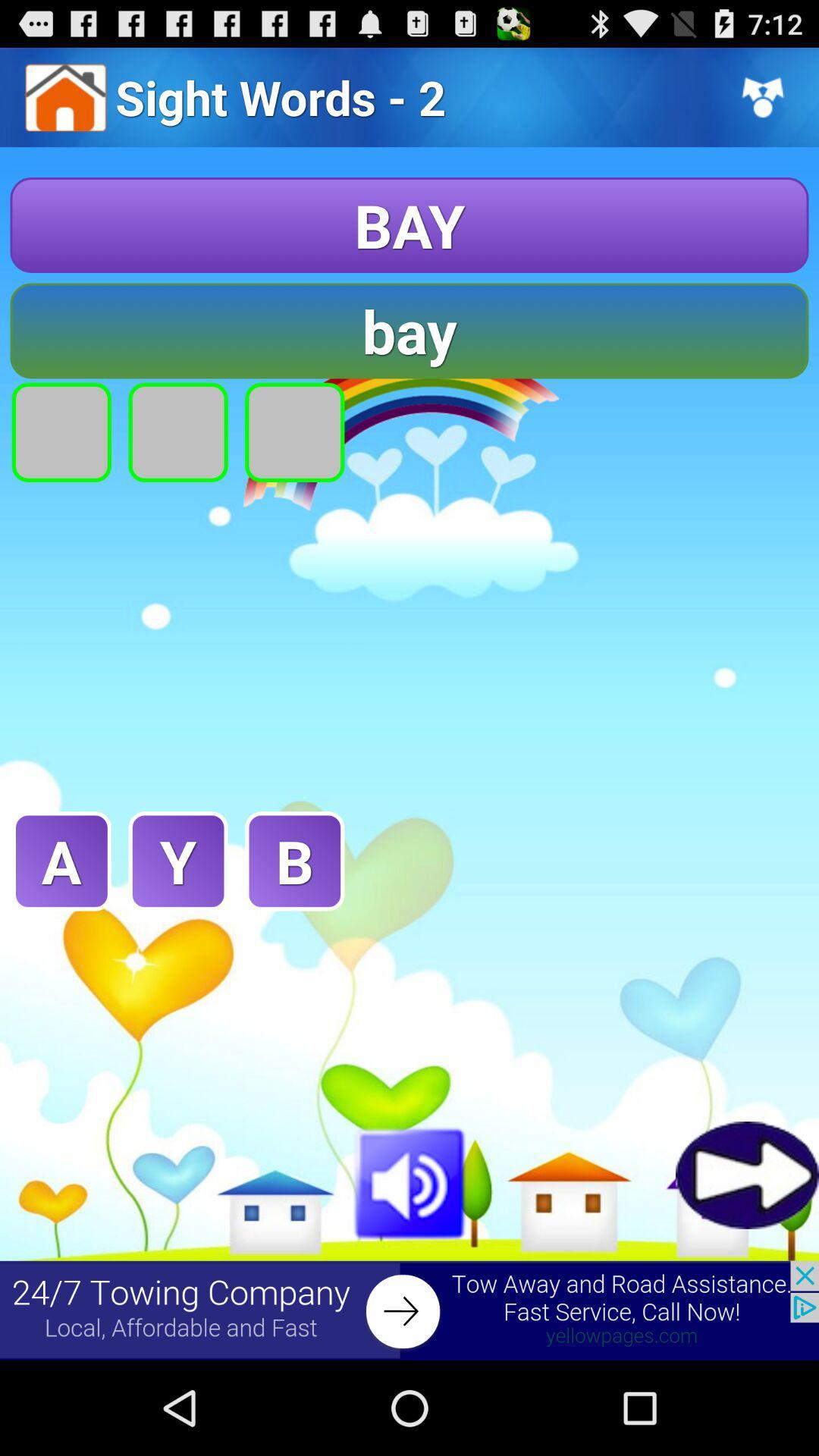 Image resolution: width=819 pixels, height=1456 pixels. I want to click on advertisement link, so click(409, 1310).